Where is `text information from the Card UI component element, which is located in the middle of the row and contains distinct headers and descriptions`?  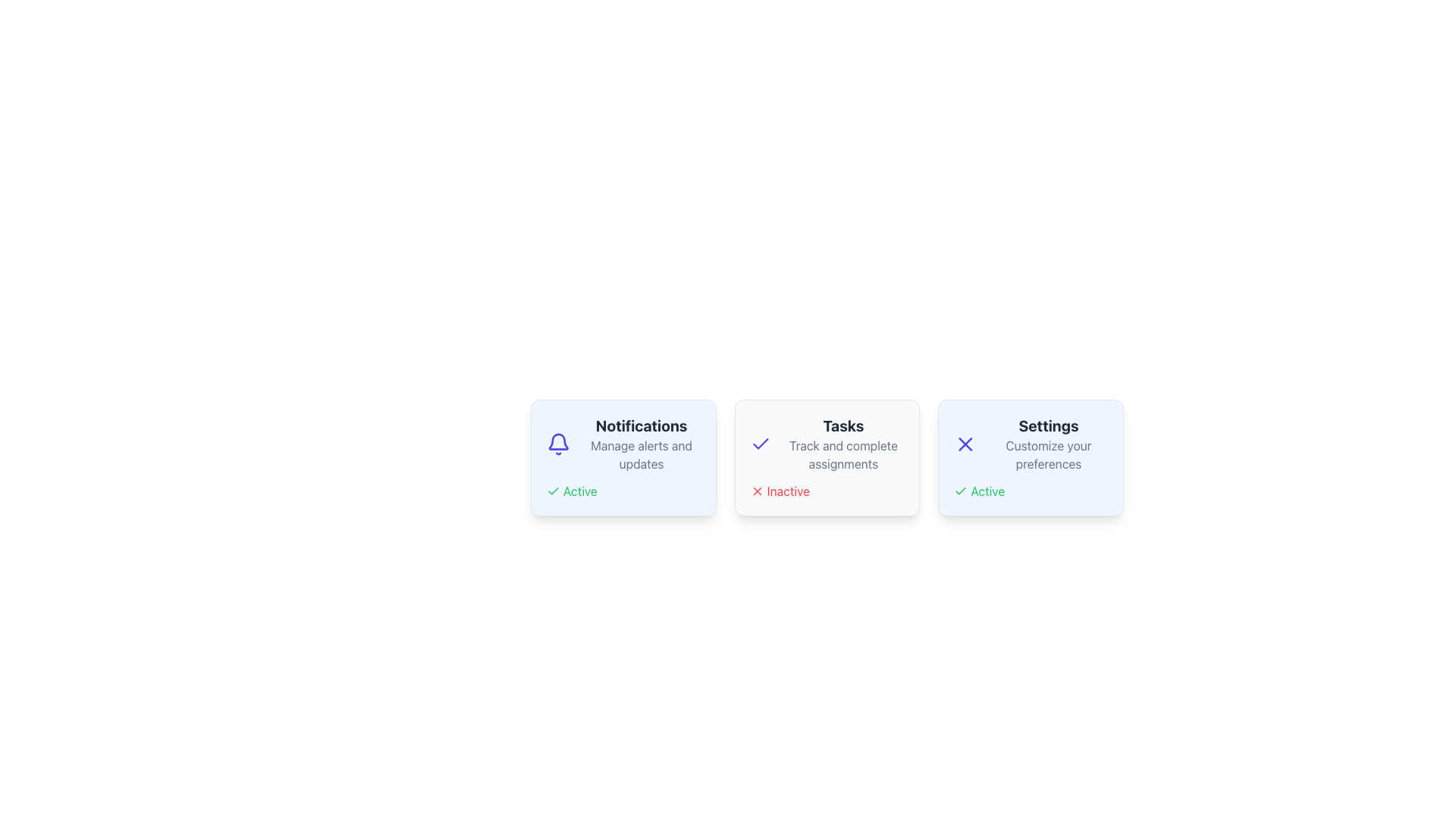 text information from the Card UI component element, which is located in the middle of the row and contains distinct headers and descriptions is located at coordinates (826, 457).